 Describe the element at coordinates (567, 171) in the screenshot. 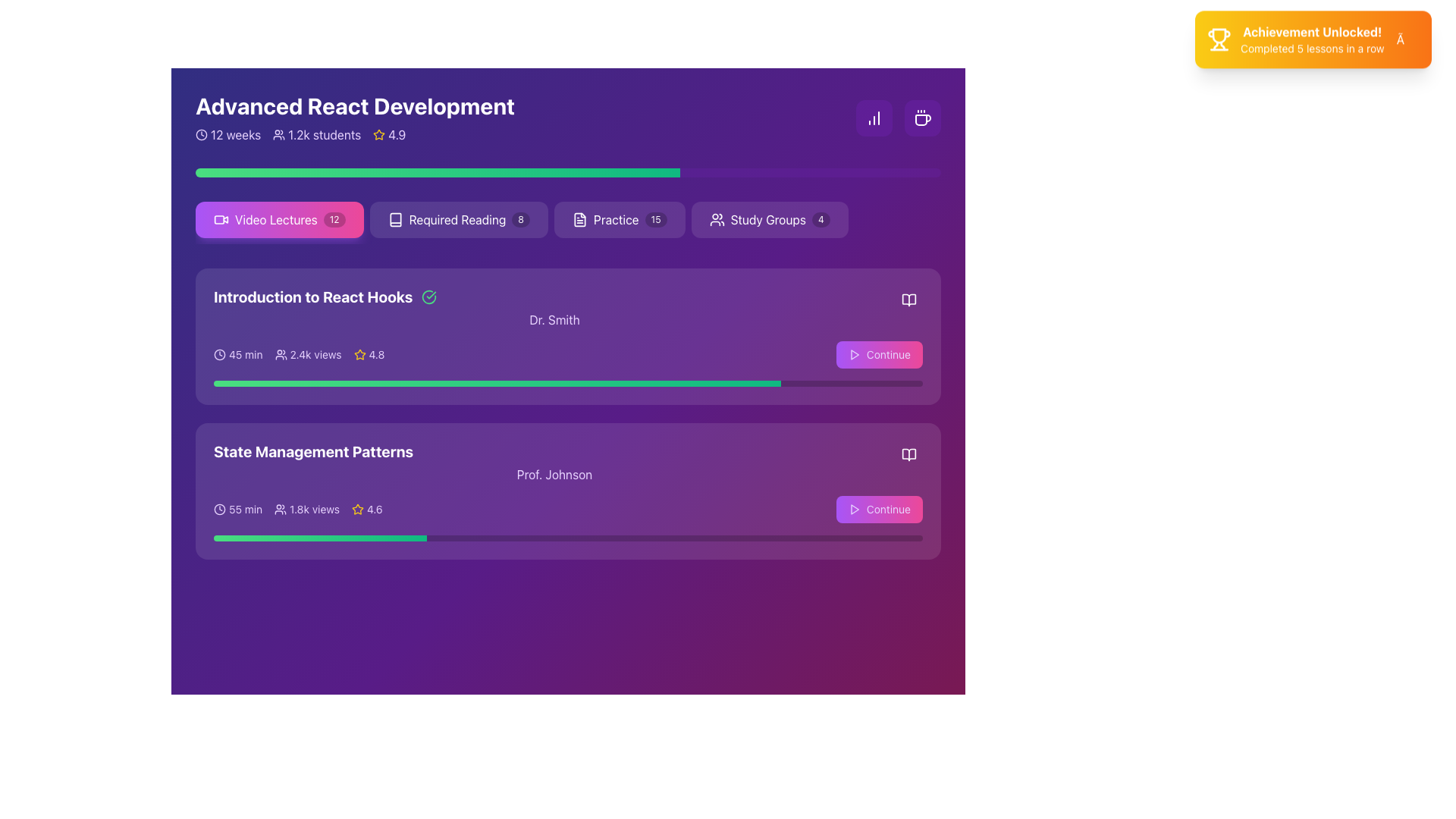

I see `the visual progress bar located beneath the title 'Advanced React Development', which has a rounded appearance and is filled with a gradient from green to emerald` at that location.